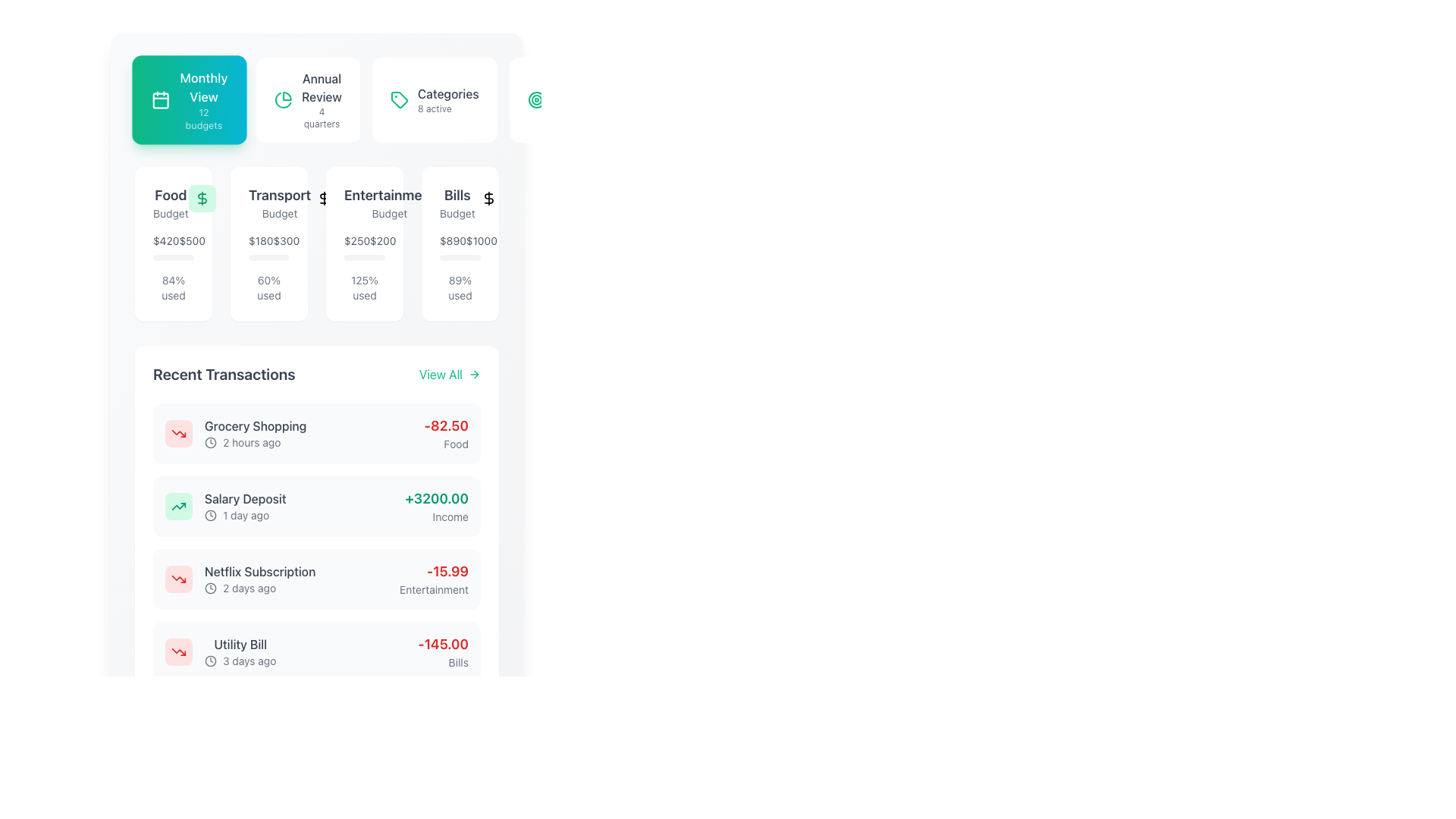 The image size is (1456, 819). What do you see at coordinates (174, 243) in the screenshot?
I see `the budget information card that displays current expenditure, total budget, and percentage used, located in the top-left corner of the grid layout` at bounding box center [174, 243].